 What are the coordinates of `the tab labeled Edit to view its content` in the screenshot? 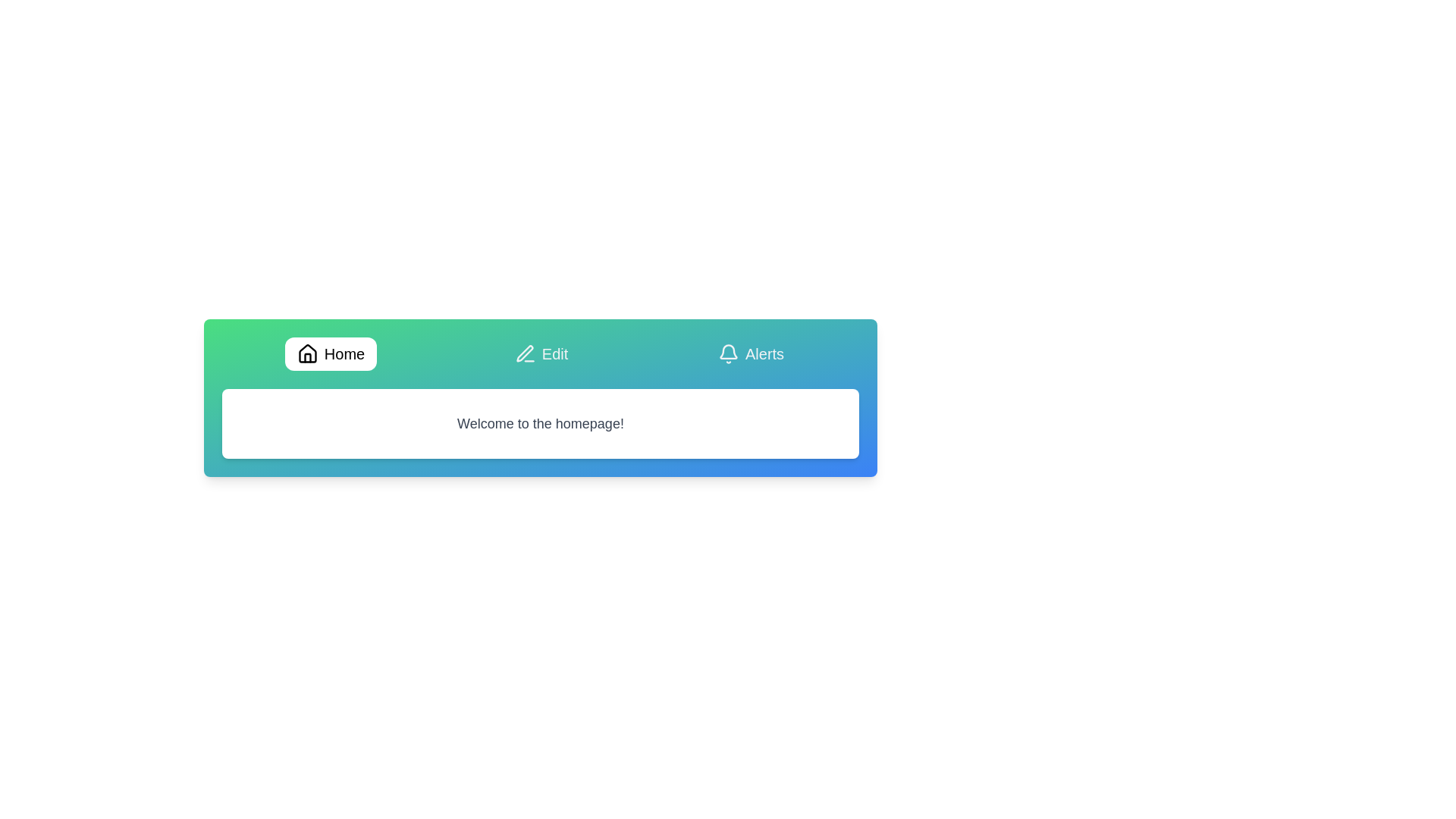 It's located at (541, 353).